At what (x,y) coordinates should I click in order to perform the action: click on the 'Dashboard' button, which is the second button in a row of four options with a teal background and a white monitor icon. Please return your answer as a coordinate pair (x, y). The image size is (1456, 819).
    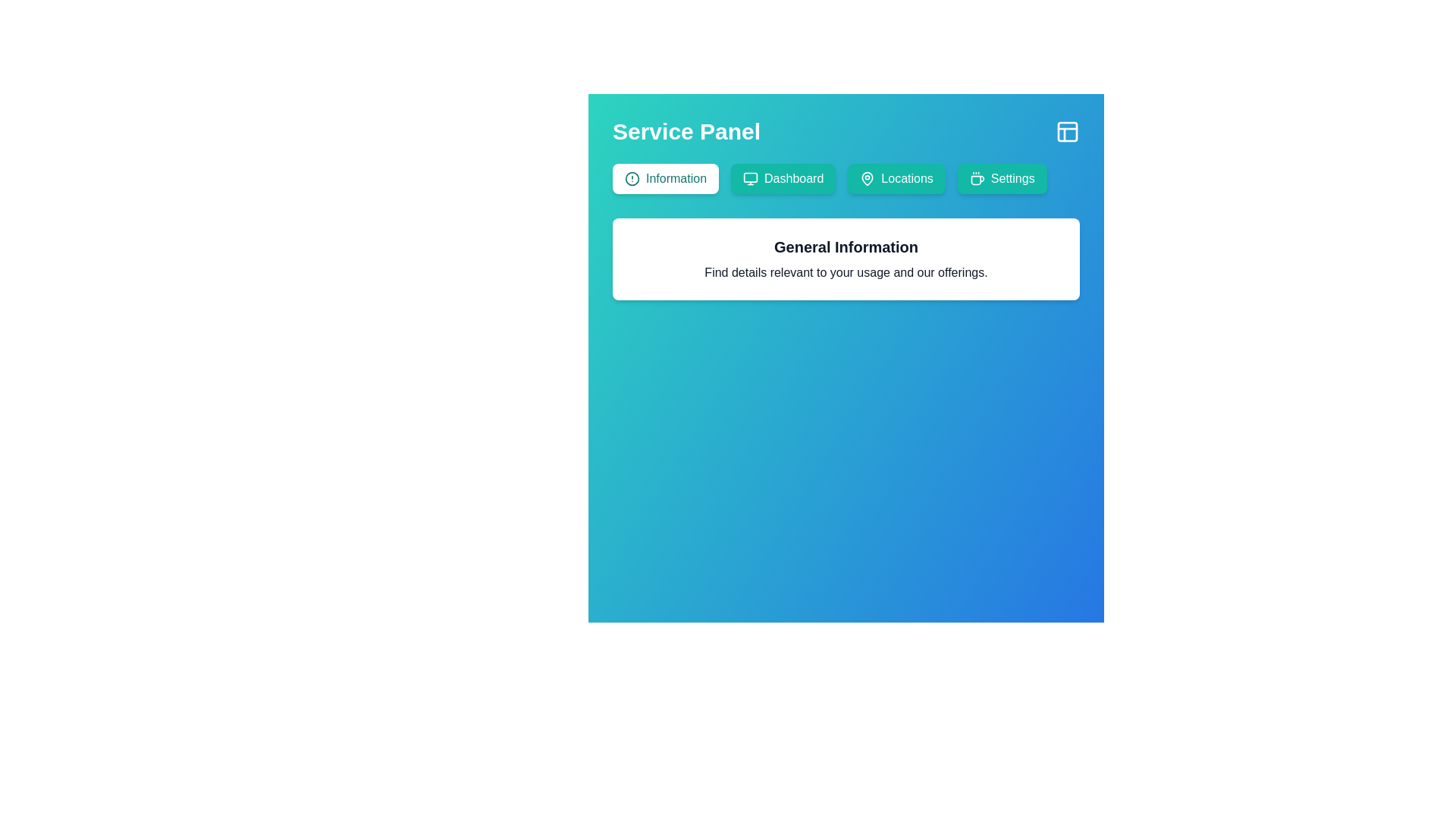
    Looking at the image, I should click on (783, 177).